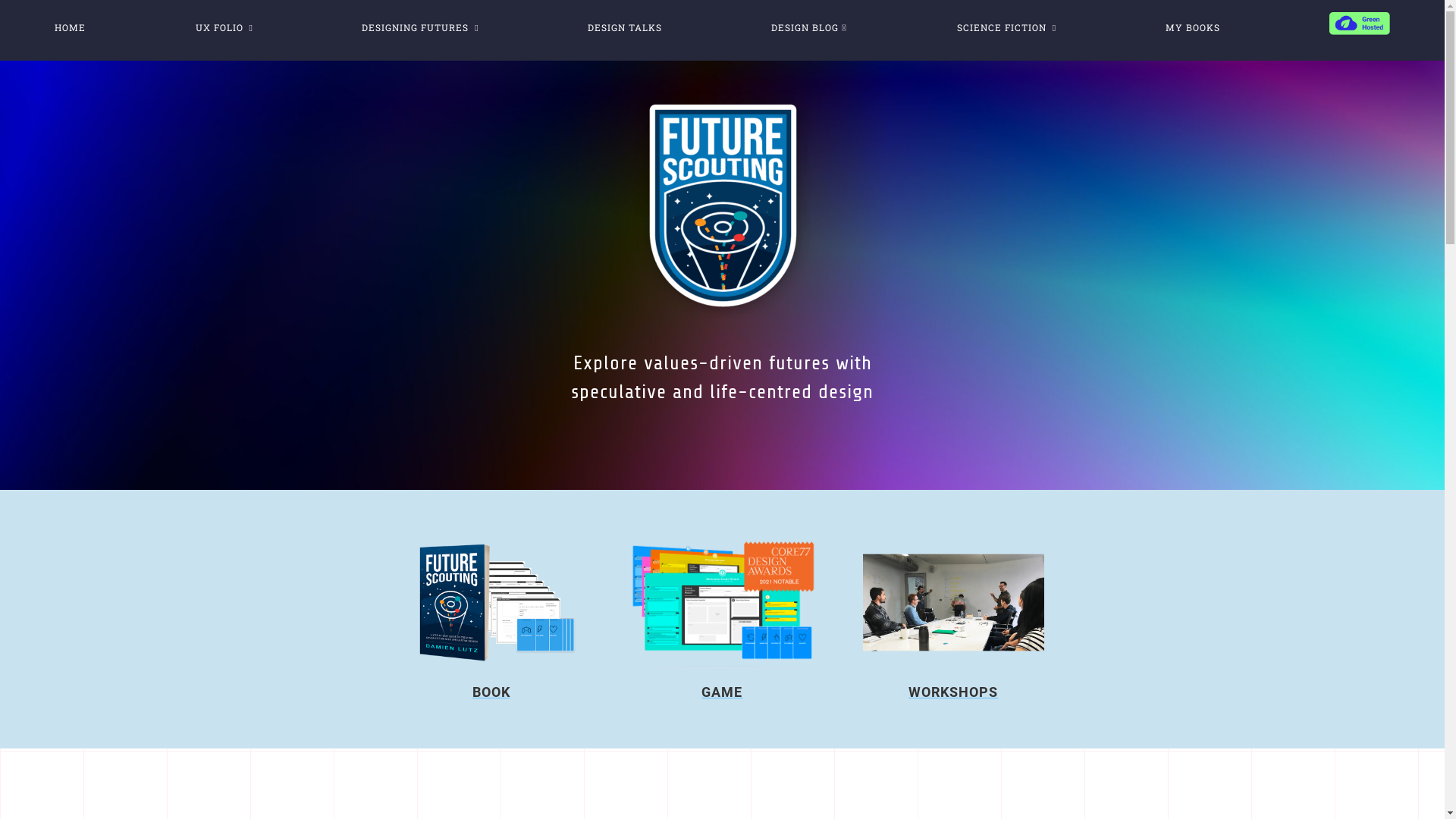 The height and width of the screenshot is (819, 1456). Describe the element at coordinates (952, 601) in the screenshot. I see `'workshop'` at that location.